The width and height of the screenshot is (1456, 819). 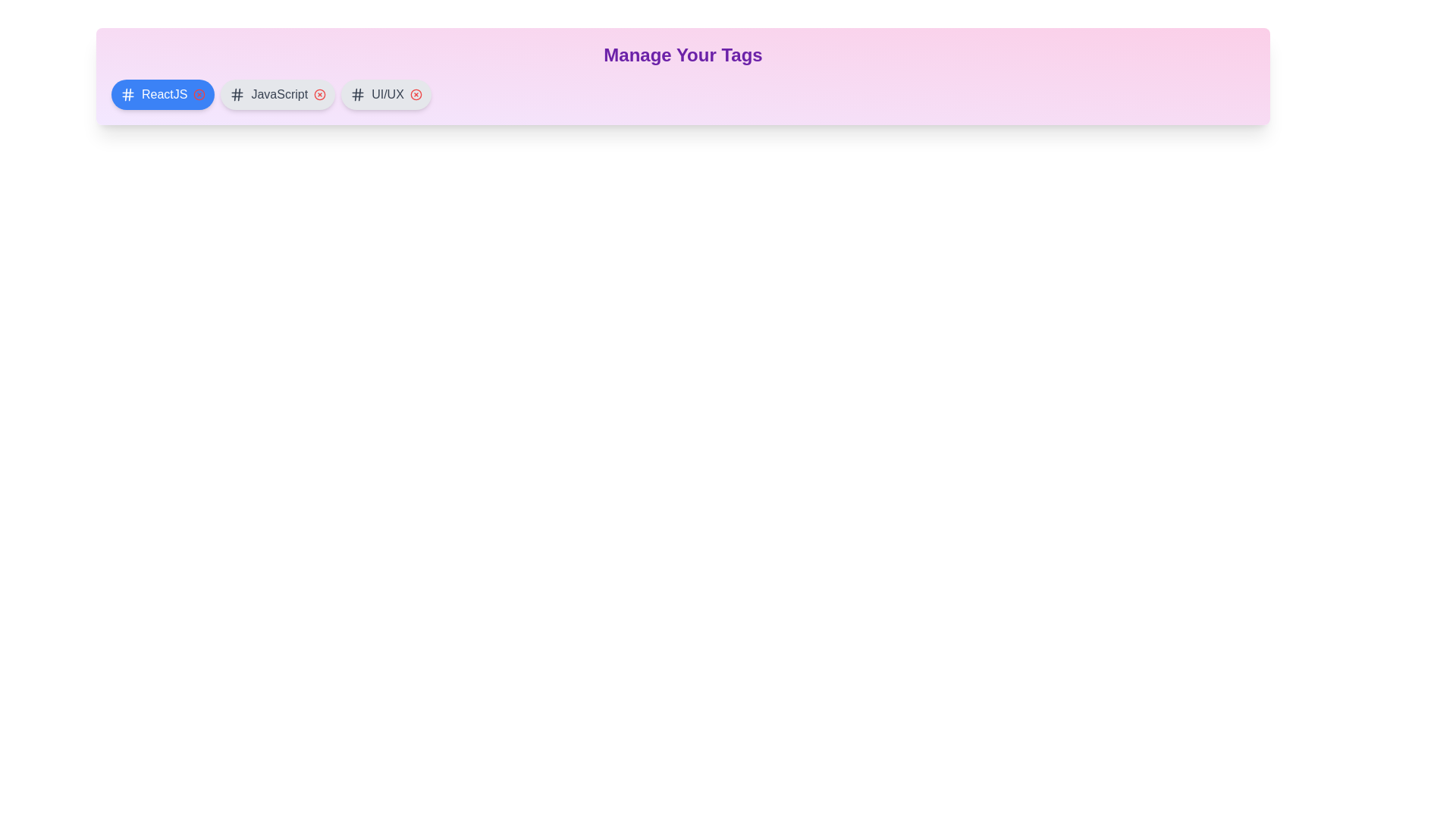 I want to click on the tag labeled 'UI/UX', so click(x=385, y=94).